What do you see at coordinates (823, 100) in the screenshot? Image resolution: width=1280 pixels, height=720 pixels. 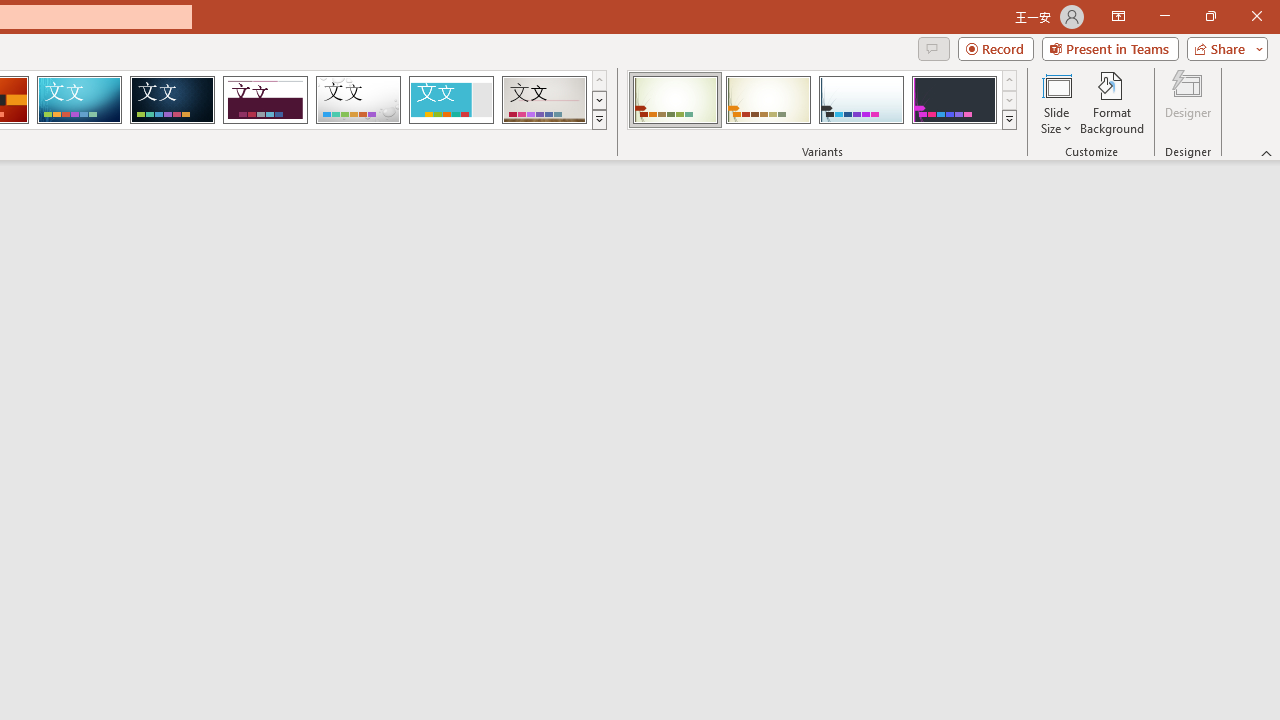 I see `'AutomationID: ThemeVariantsGallery'` at bounding box center [823, 100].